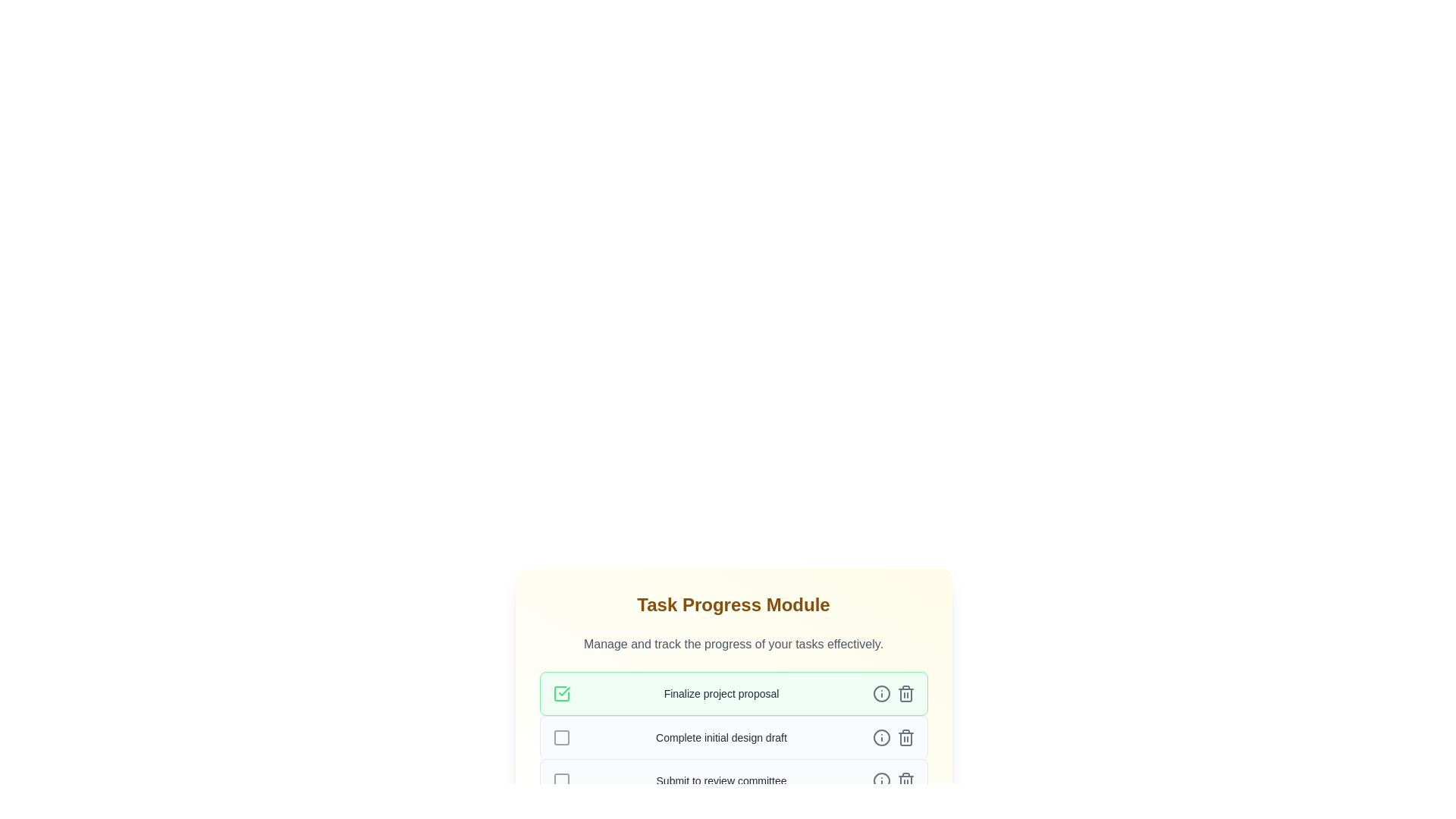 This screenshot has width=1456, height=819. Describe the element at coordinates (881, 693) in the screenshot. I see `the informational icon located to the right of the task title 'Finalize project proposal' and before the trash icon by moving the cursor to it` at that location.